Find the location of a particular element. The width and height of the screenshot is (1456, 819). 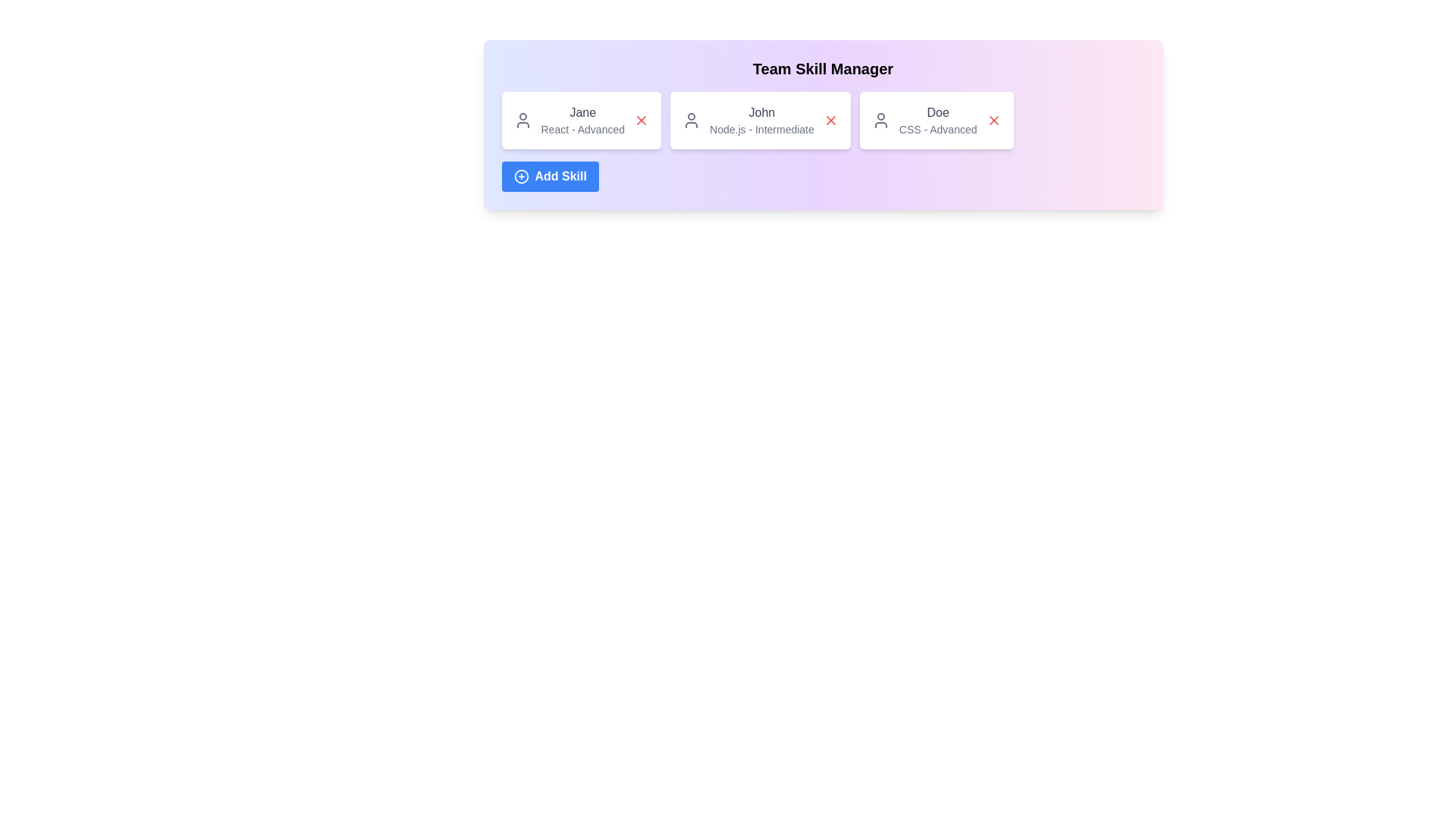

'Remove Skill' button for the skill associated with React - Advanced is located at coordinates (641, 119).